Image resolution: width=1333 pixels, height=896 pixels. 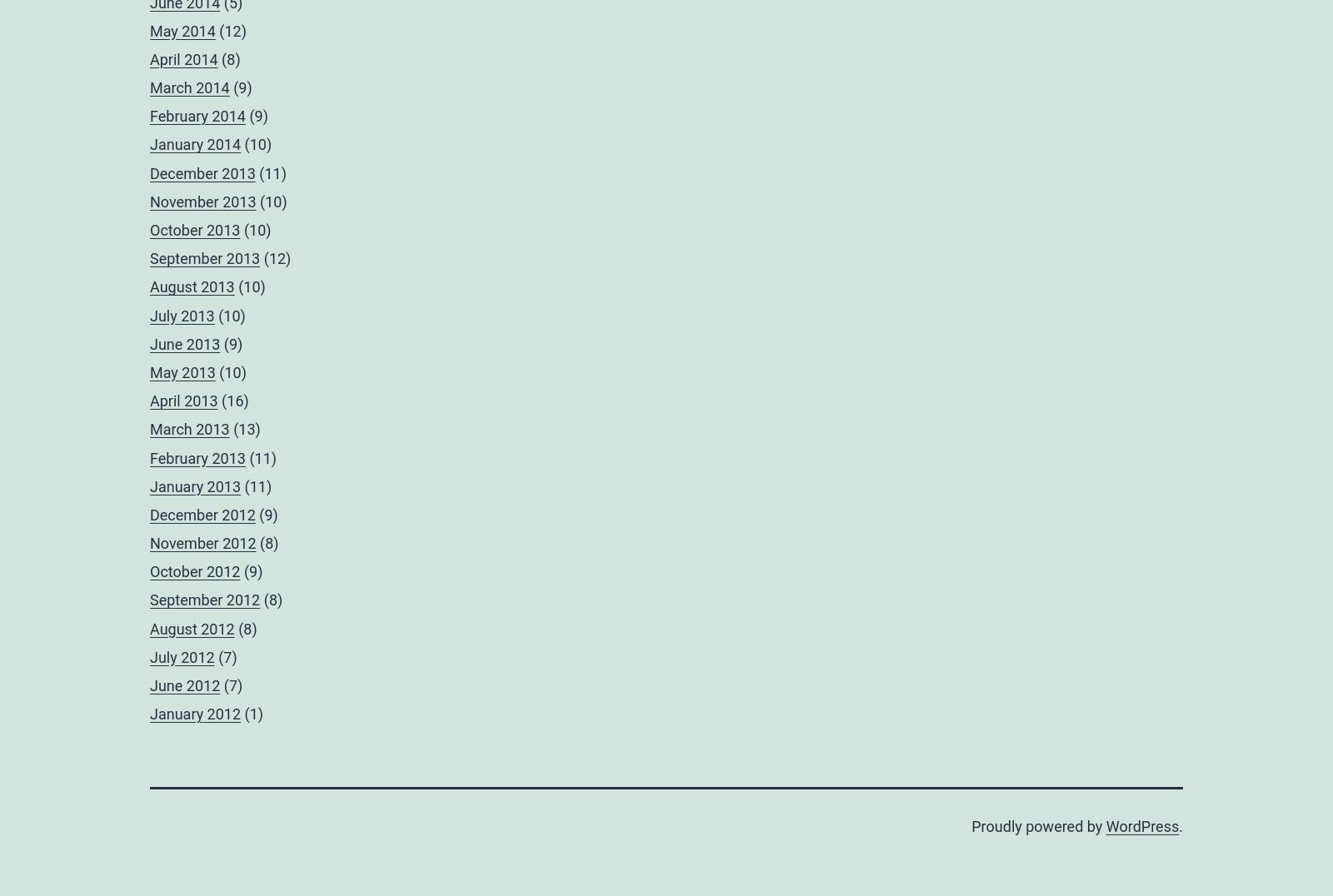 I want to click on 'April 2014', so click(x=183, y=58).